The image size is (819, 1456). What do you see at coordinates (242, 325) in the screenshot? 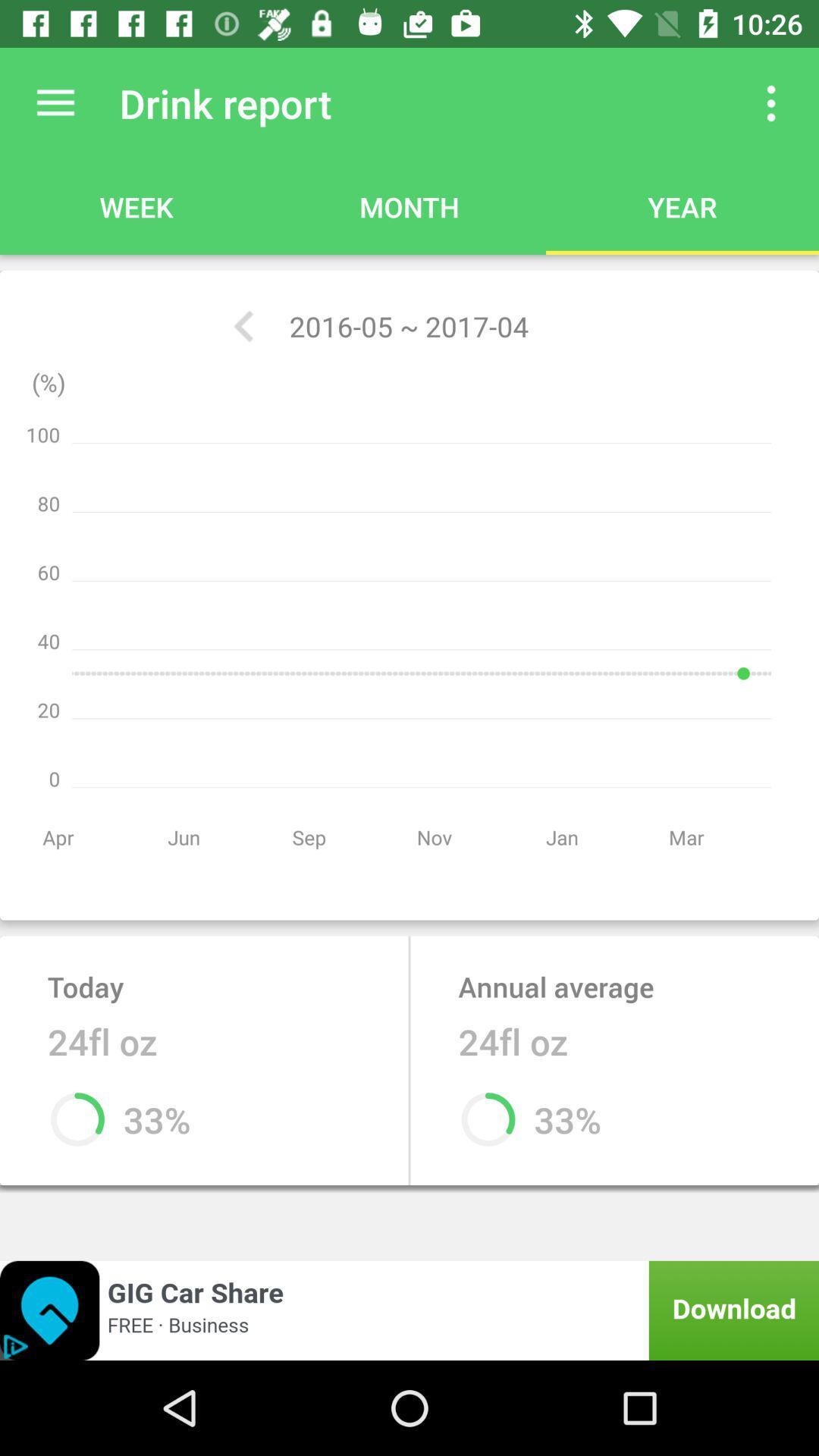
I see `the icon to the right of (%)` at bounding box center [242, 325].